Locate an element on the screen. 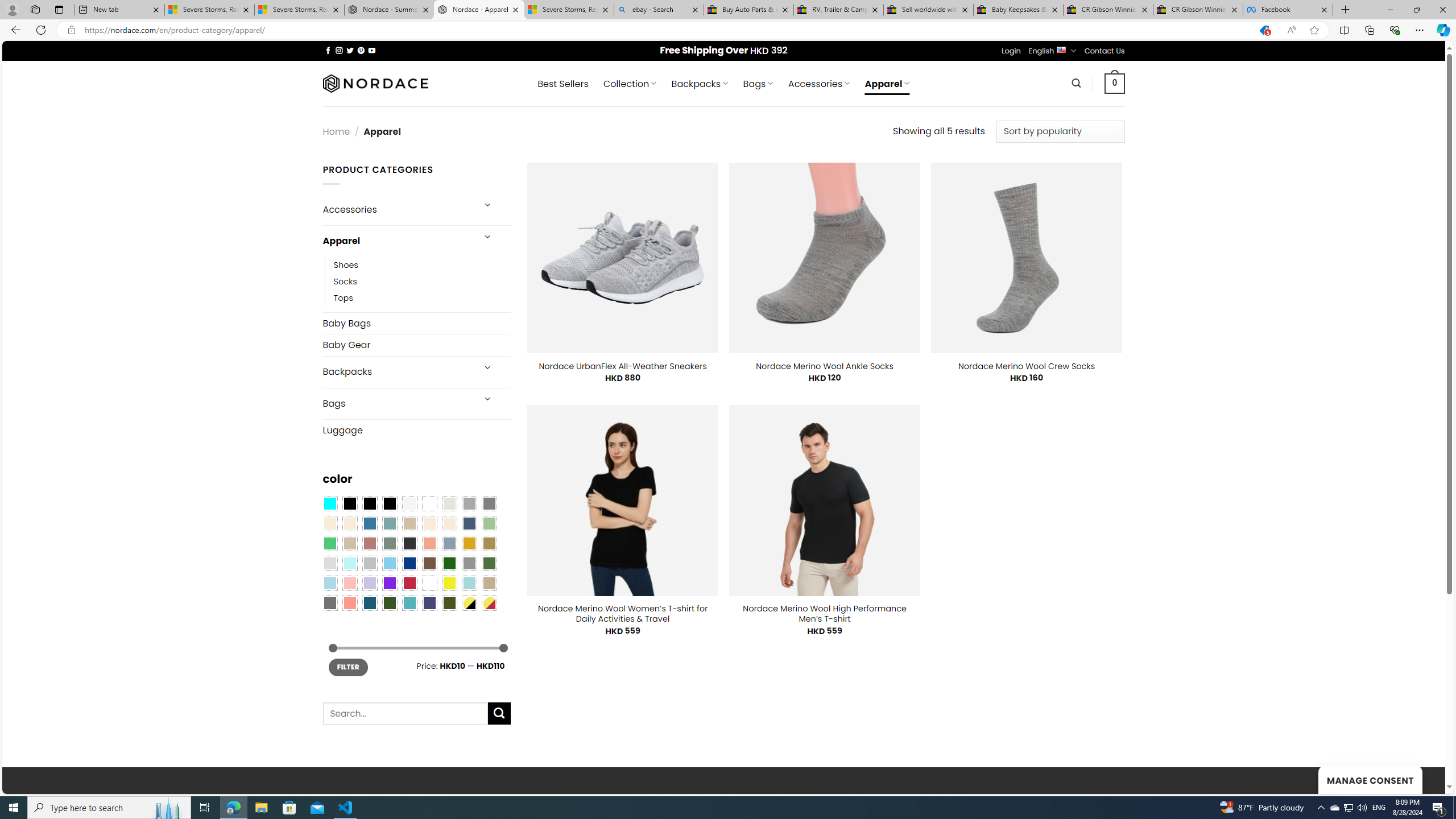  '  Best Sellers' is located at coordinates (562, 83).